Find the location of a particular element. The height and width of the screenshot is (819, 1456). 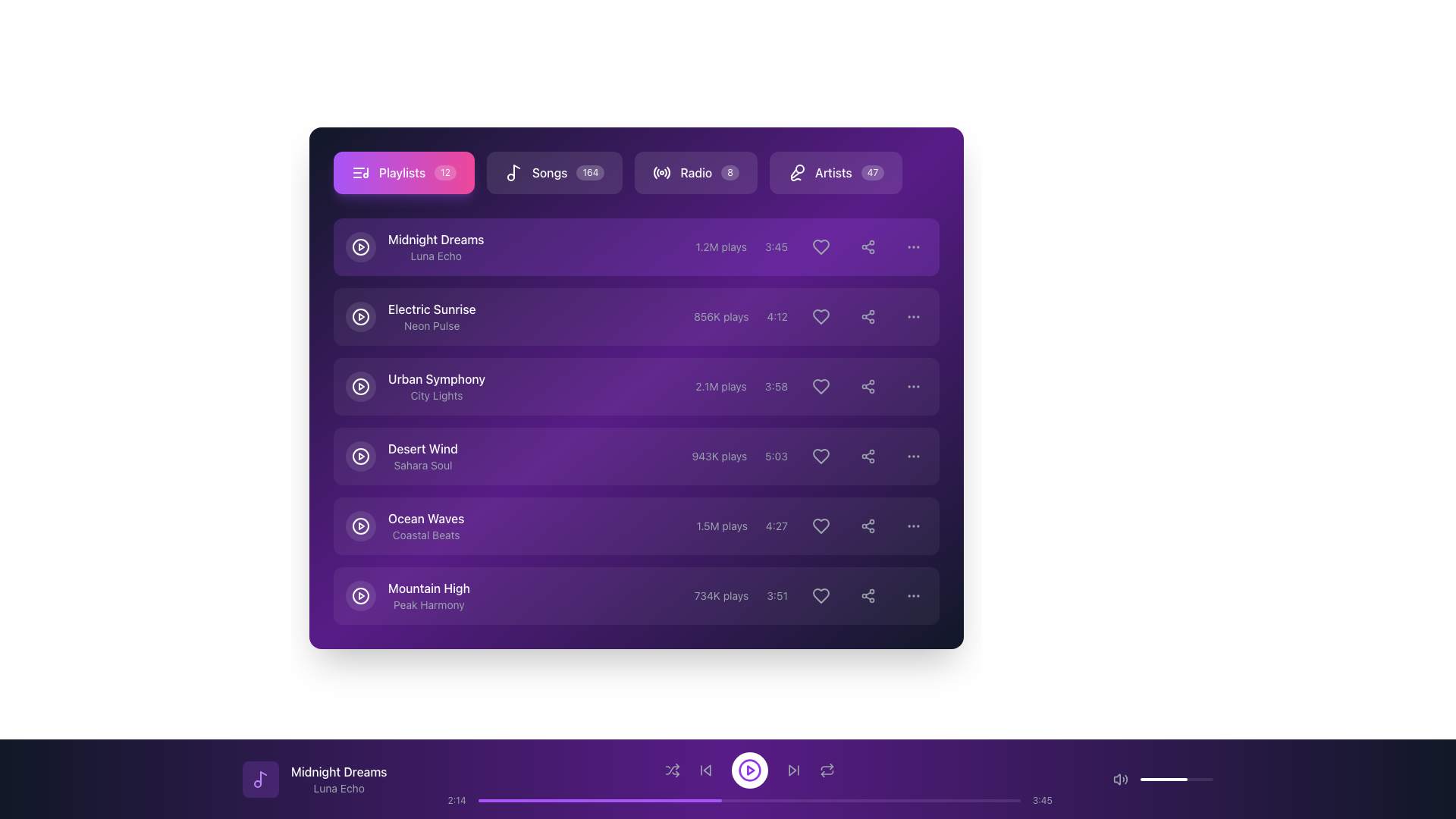

the music or sound-related graphical icon located at the bottom left corner of the application interface, part of the playback controls is located at coordinates (263, 778).